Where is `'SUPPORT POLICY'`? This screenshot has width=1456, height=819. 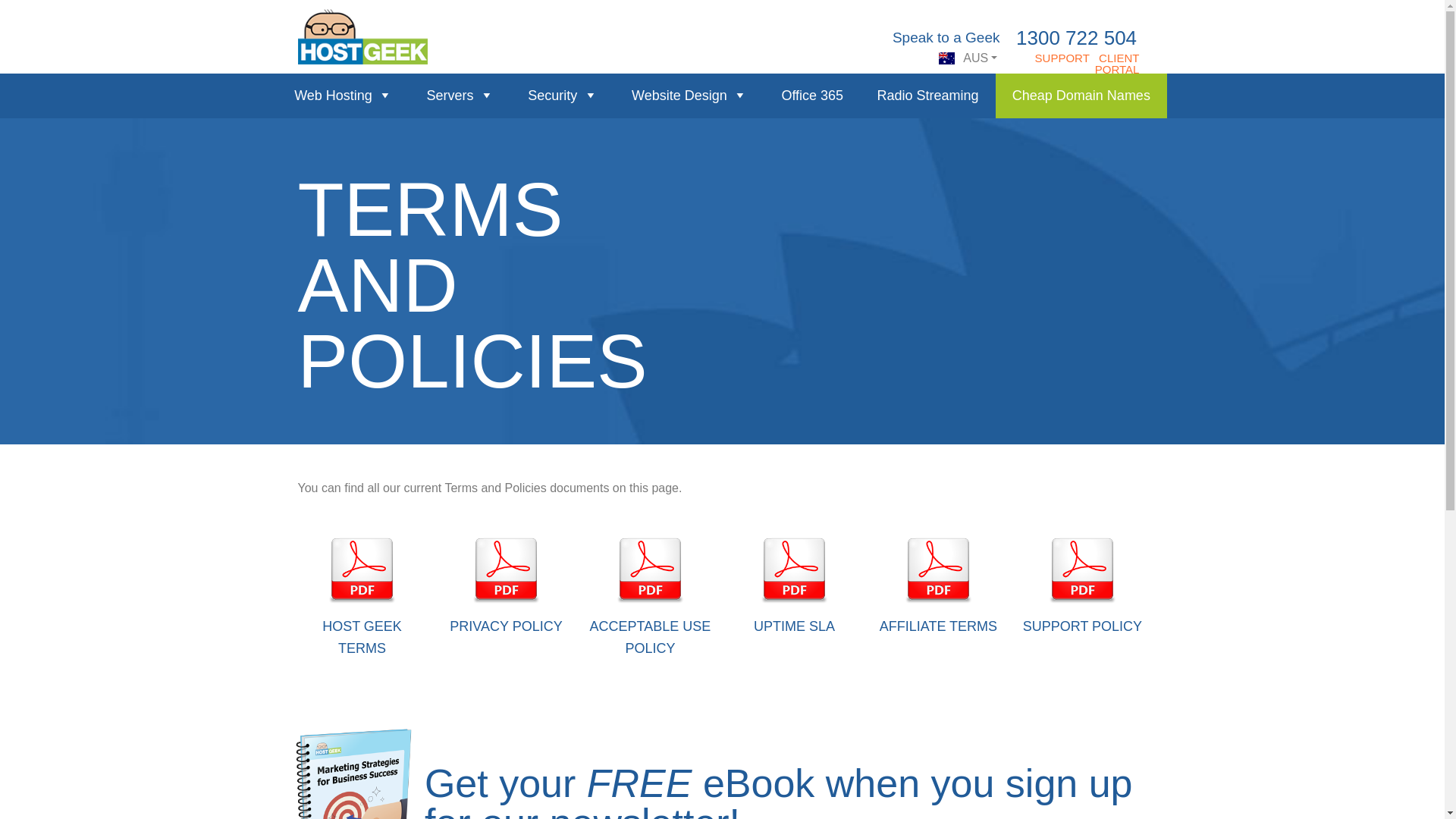
'SUPPORT POLICY' is located at coordinates (1081, 626).